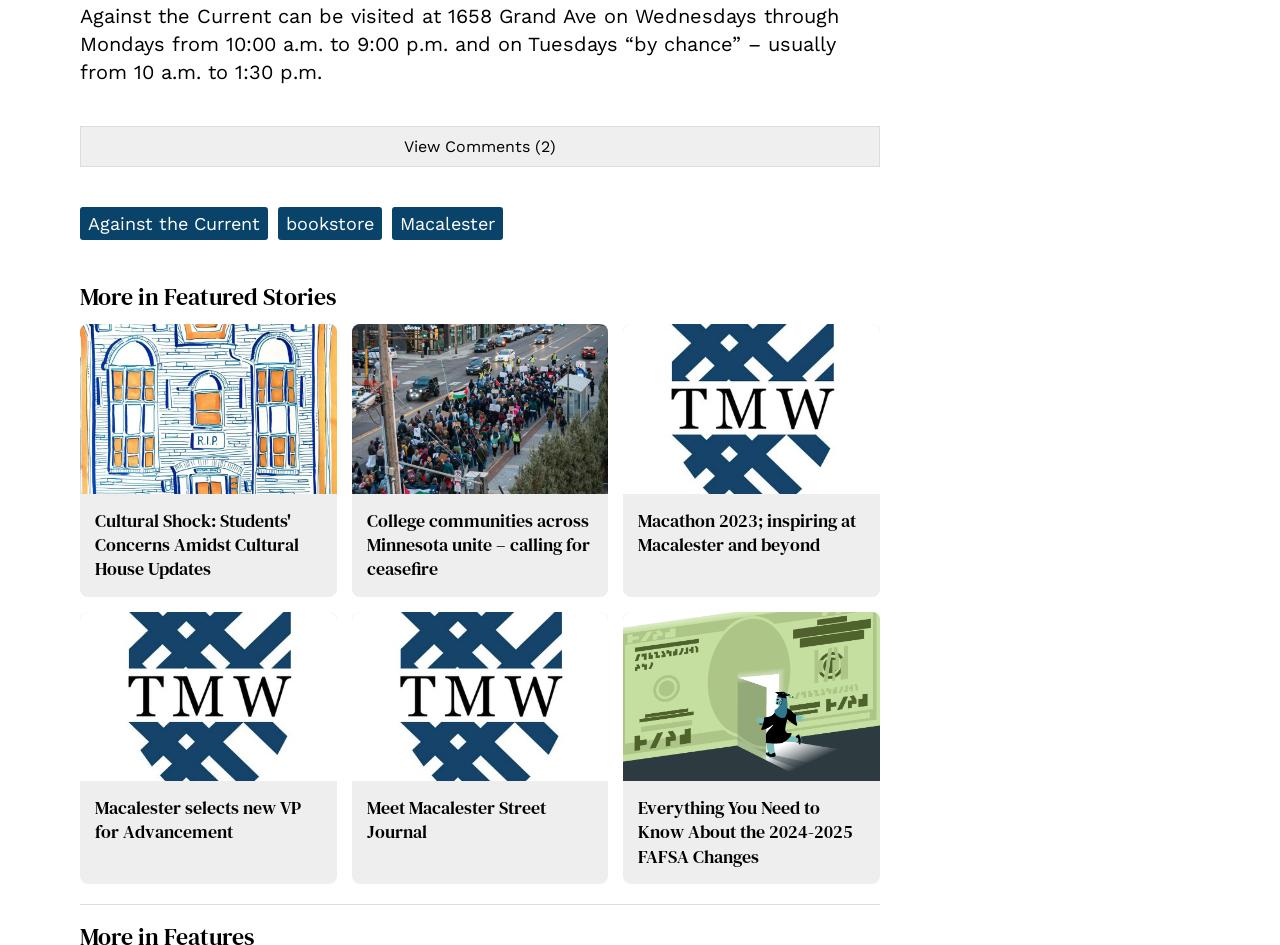  What do you see at coordinates (454, 819) in the screenshot?
I see `'Meet Macalester Street Journal'` at bounding box center [454, 819].